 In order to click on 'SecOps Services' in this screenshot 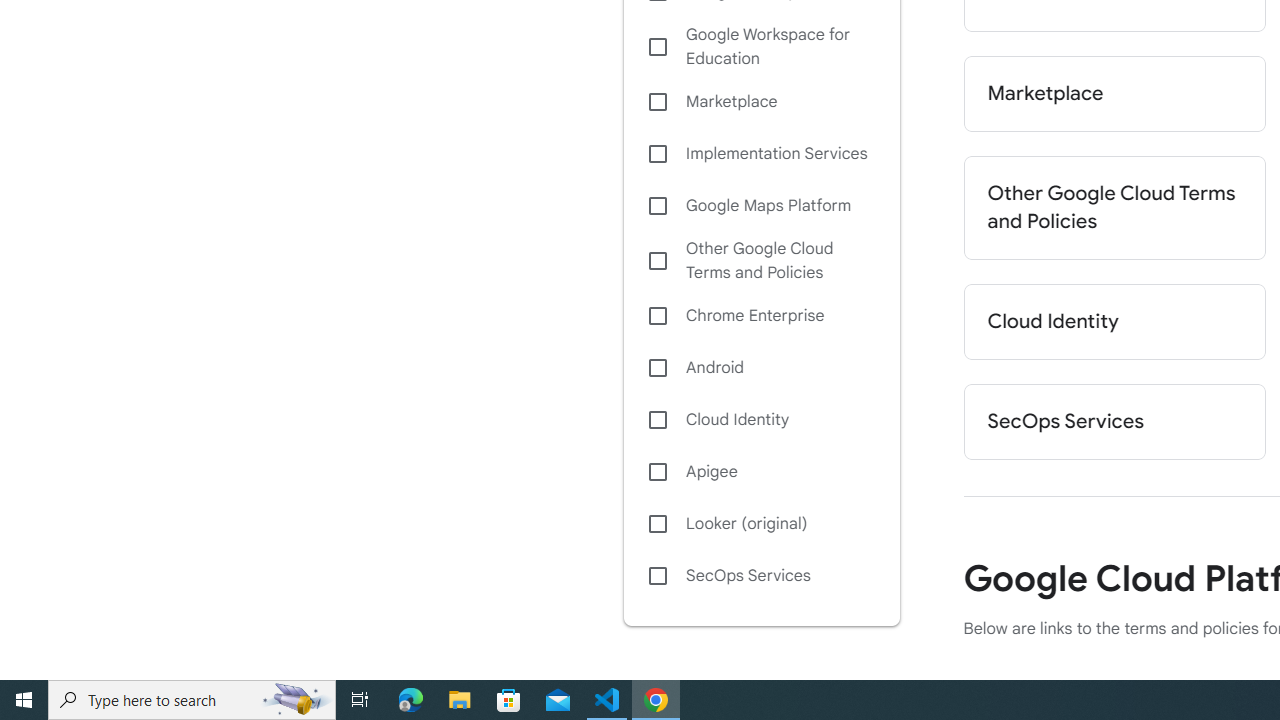, I will do `click(760, 576)`.